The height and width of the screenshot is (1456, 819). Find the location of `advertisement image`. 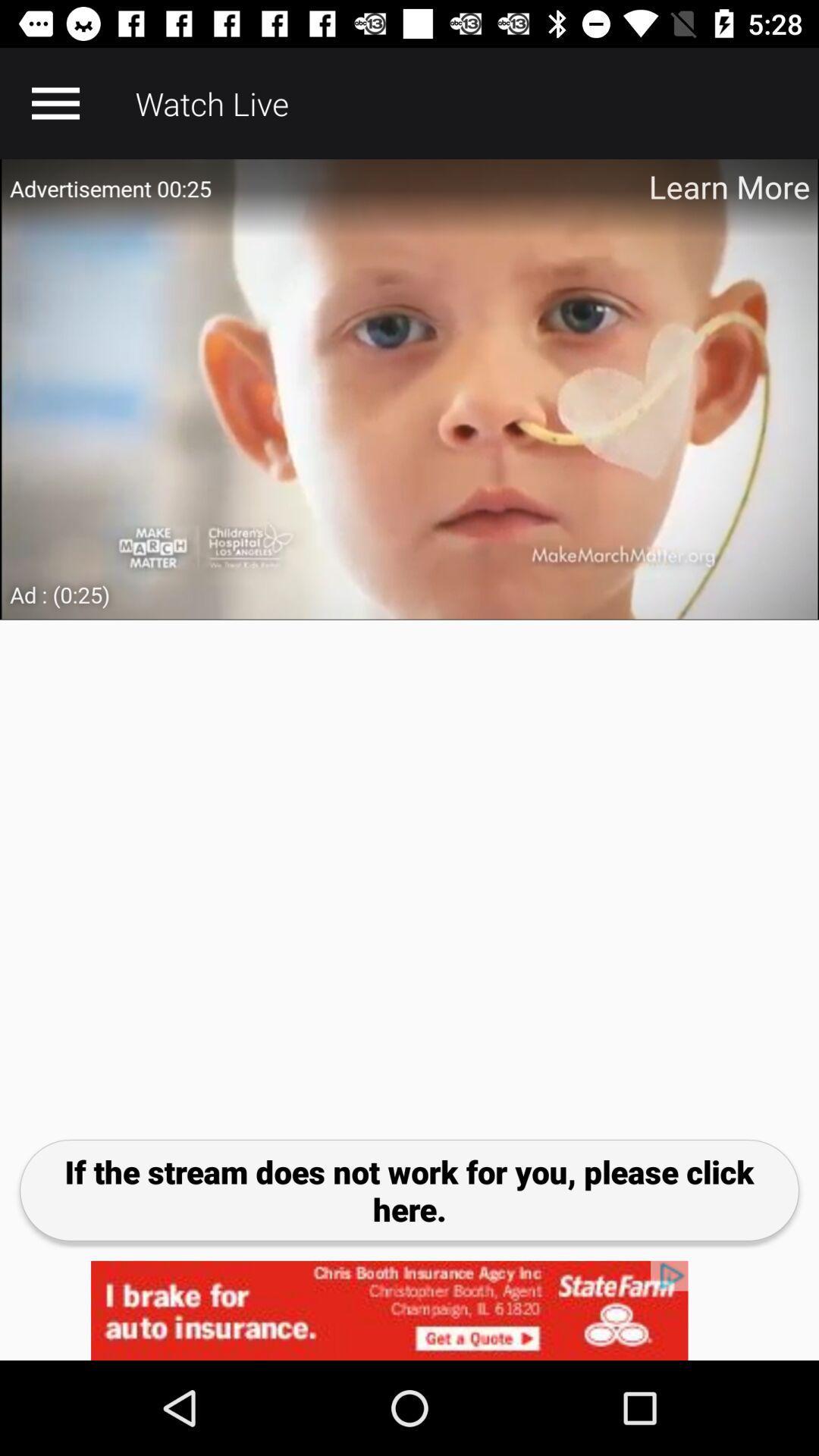

advertisement image is located at coordinates (409, 389).